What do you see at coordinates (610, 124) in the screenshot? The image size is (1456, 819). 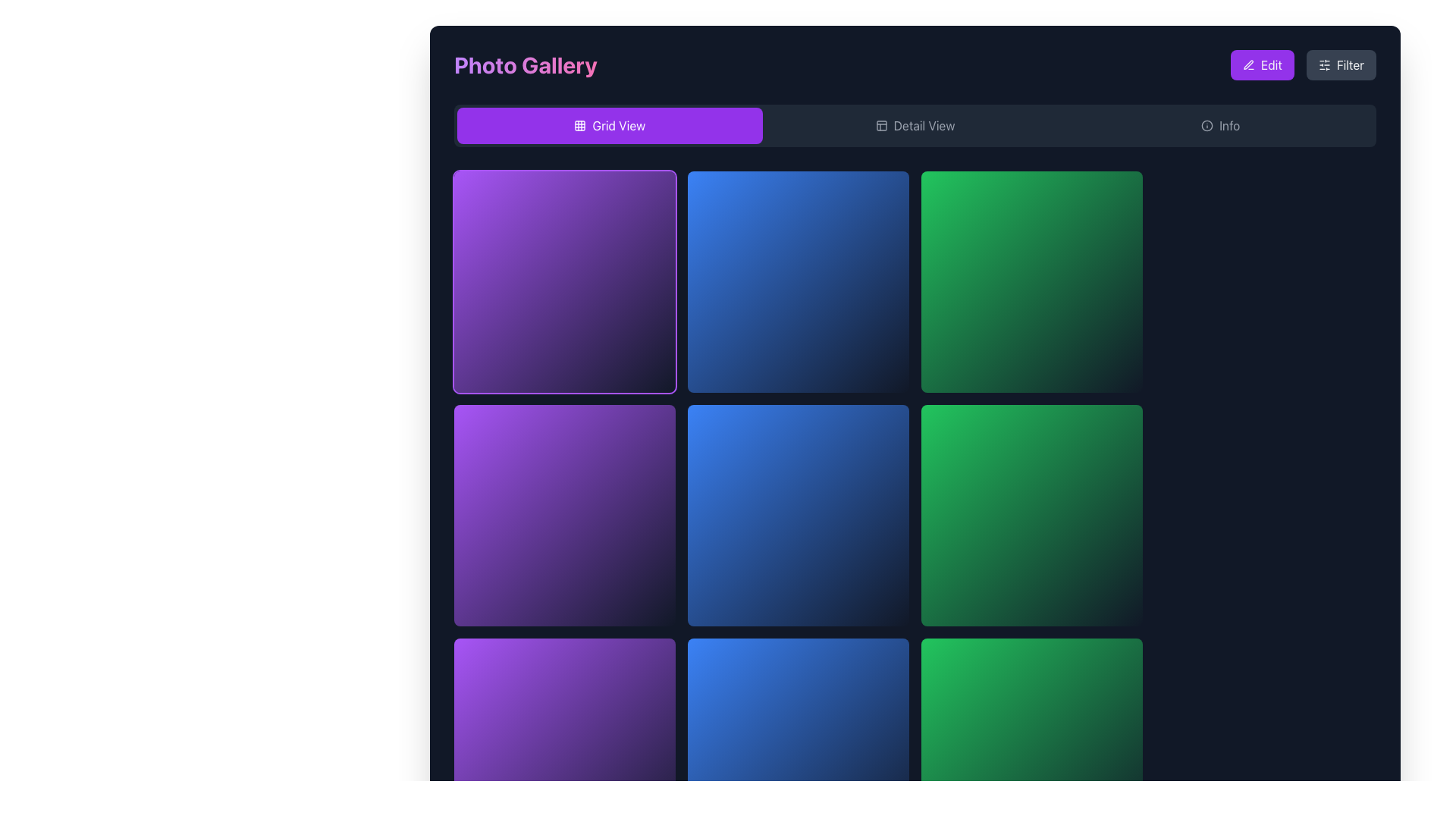 I see `the first button in the horizontal button group at the top of the photo gallery interface` at bounding box center [610, 124].